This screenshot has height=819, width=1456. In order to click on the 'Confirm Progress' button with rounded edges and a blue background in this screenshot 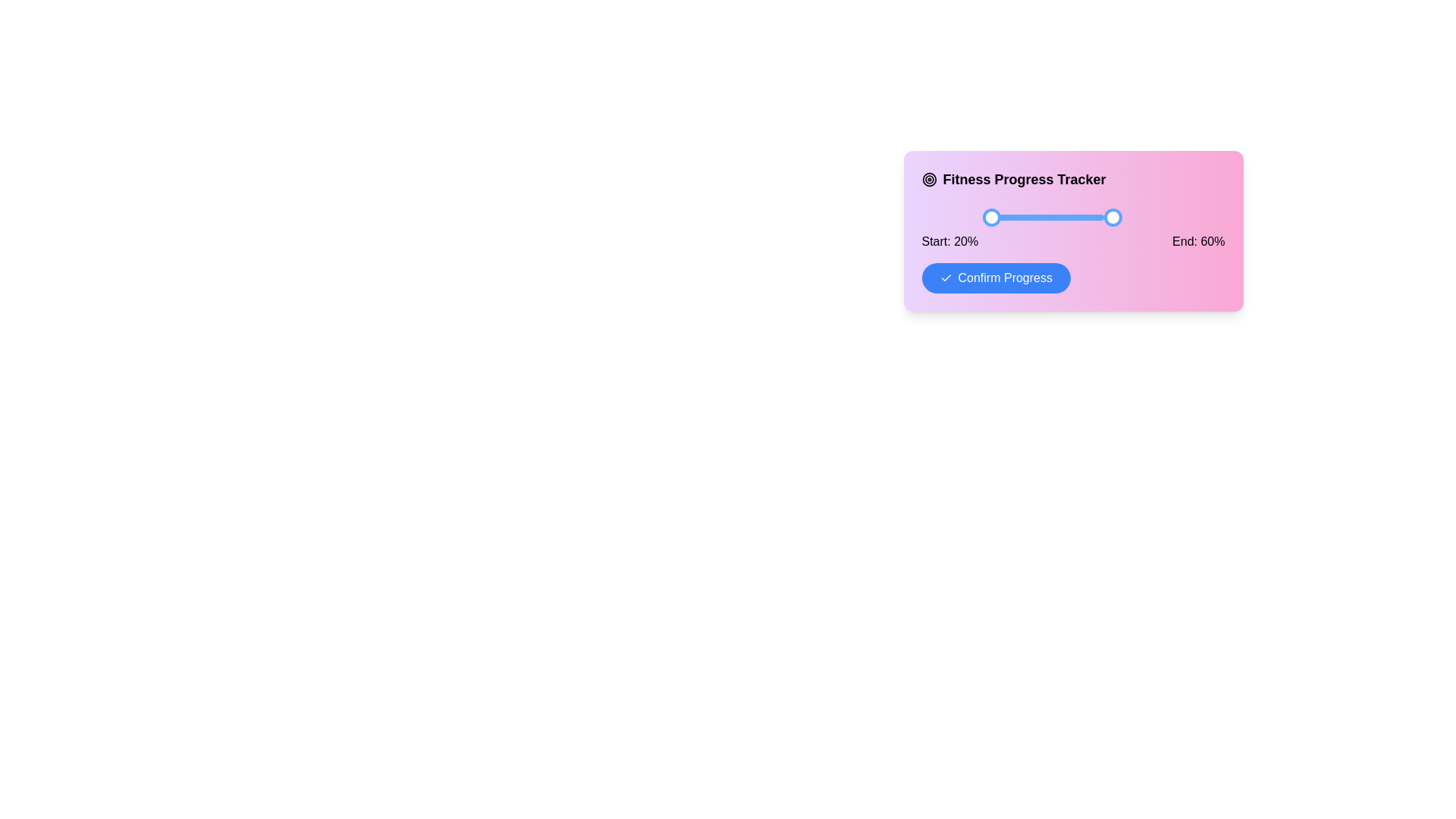, I will do `click(996, 278)`.